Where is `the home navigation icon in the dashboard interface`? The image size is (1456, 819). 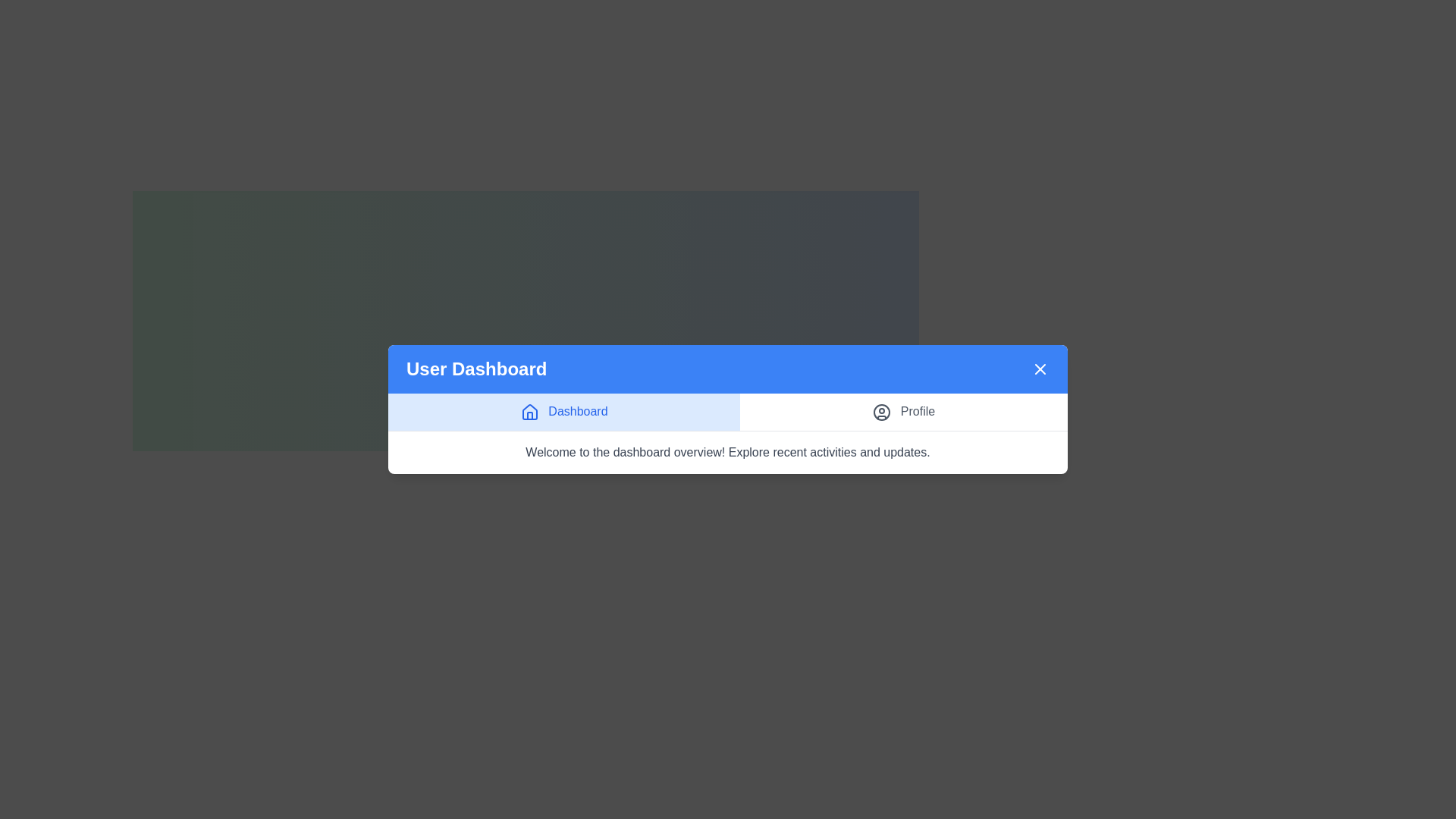 the home navigation icon in the dashboard interface is located at coordinates (529, 412).